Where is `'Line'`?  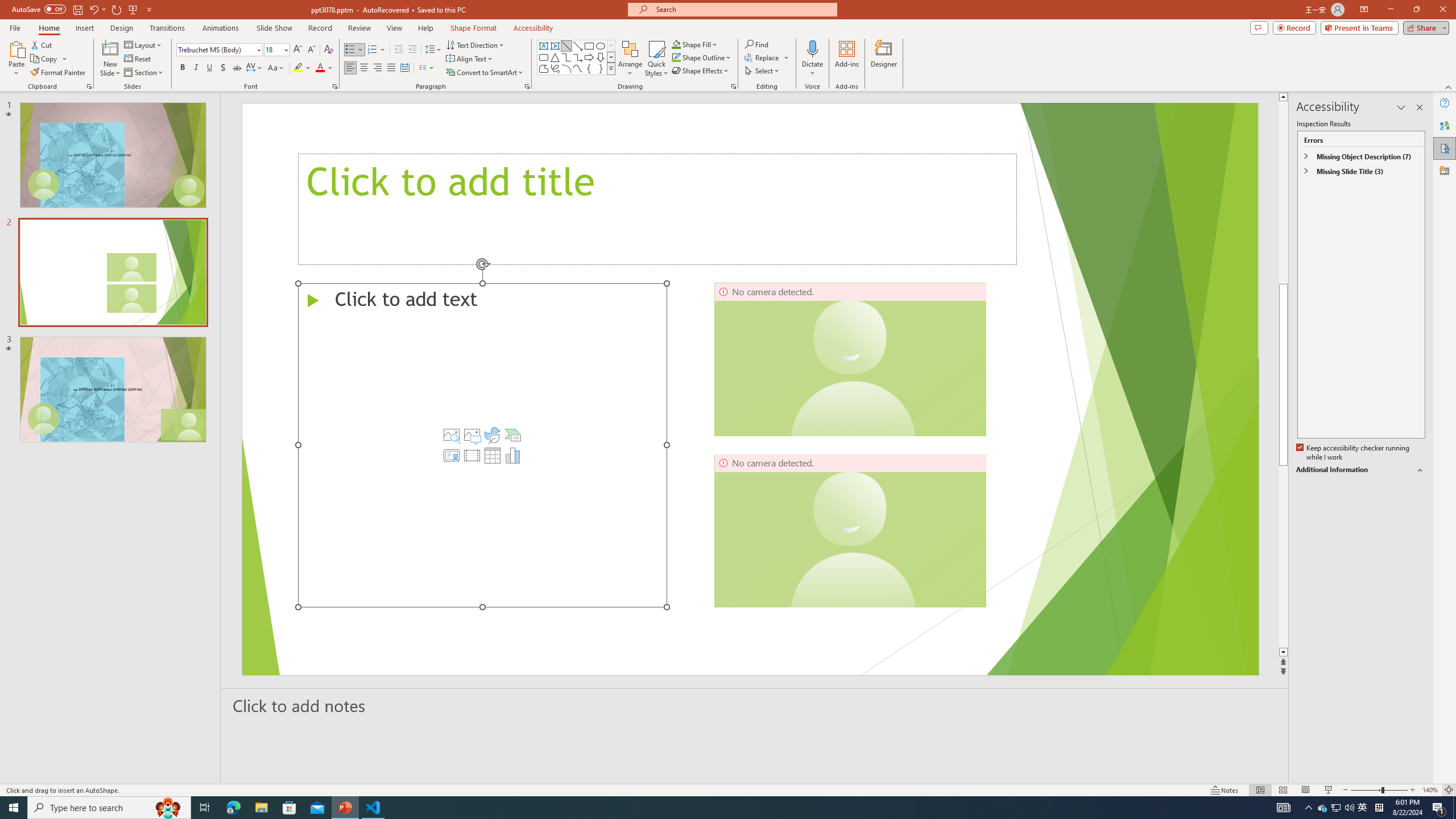 'Line' is located at coordinates (565, 45).